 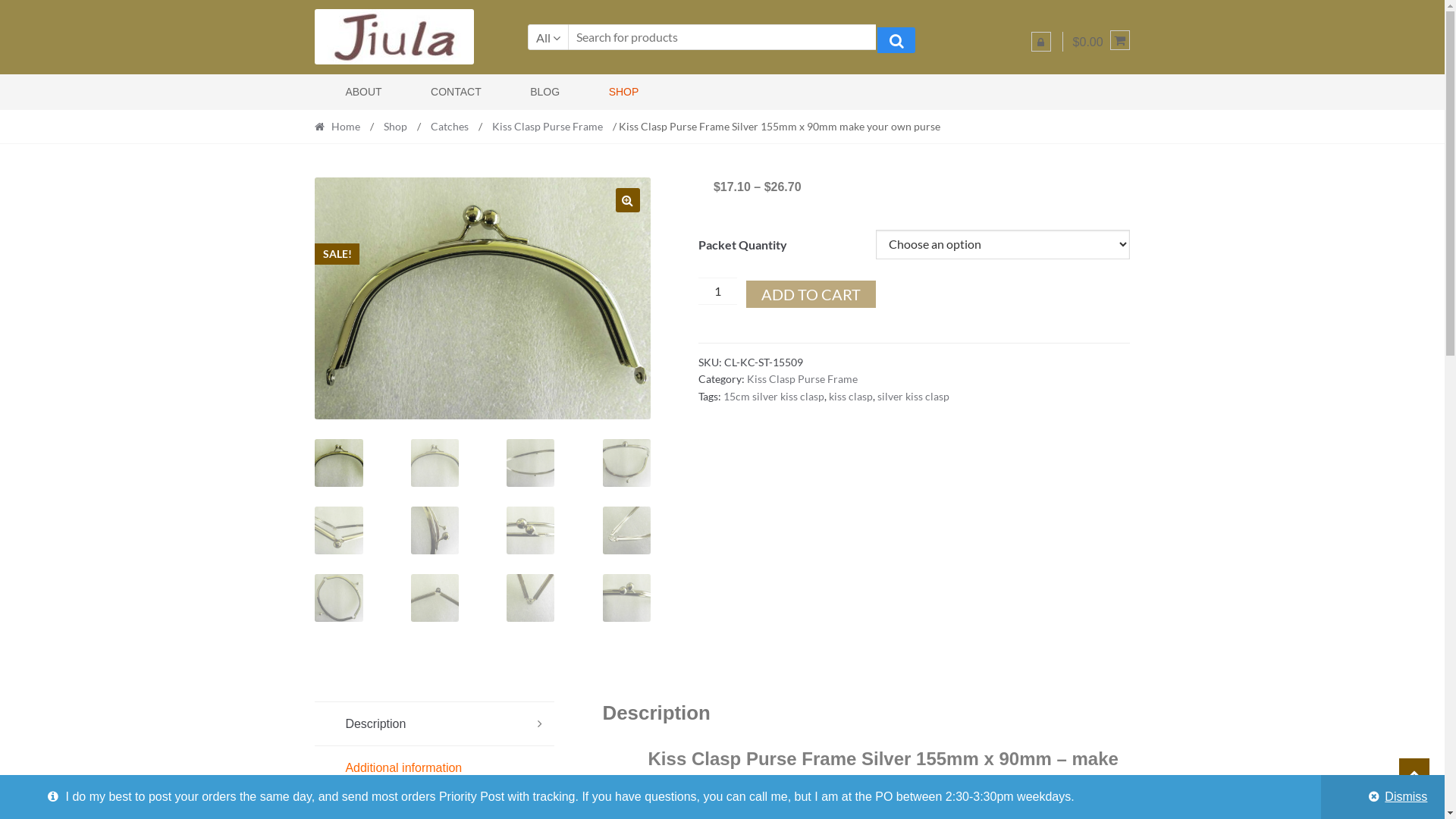 What do you see at coordinates (607, 92) in the screenshot?
I see `'SHOP'` at bounding box center [607, 92].